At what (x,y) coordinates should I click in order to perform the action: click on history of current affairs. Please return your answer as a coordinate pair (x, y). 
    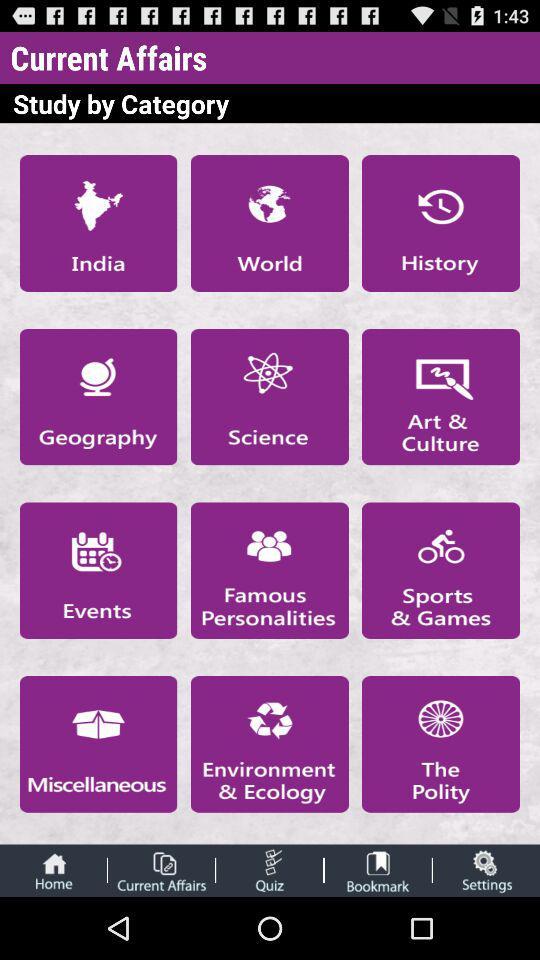
    Looking at the image, I should click on (441, 223).